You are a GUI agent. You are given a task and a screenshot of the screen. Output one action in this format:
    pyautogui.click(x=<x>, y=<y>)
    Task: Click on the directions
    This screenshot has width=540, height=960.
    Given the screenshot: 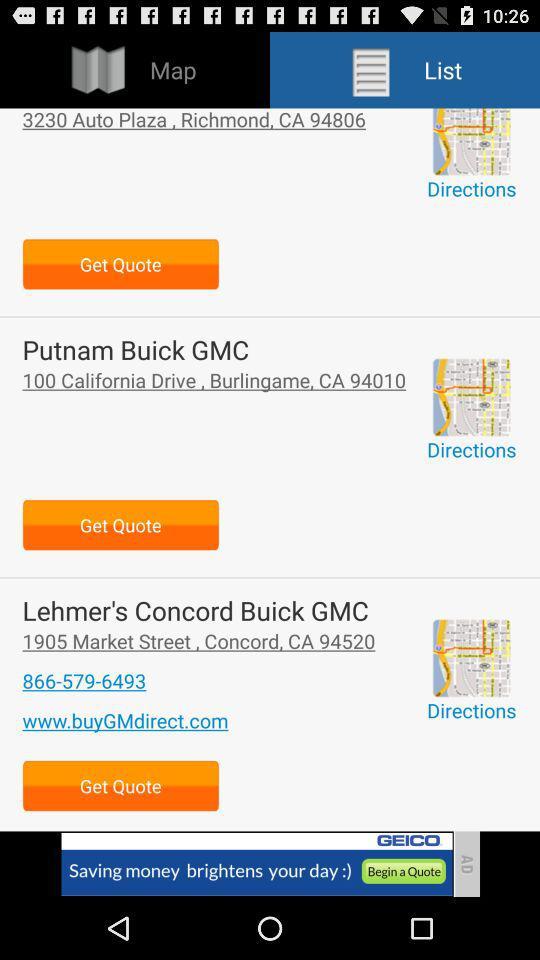 What is the action you would take?
    pyautogui.click(x=471, y=657)
    